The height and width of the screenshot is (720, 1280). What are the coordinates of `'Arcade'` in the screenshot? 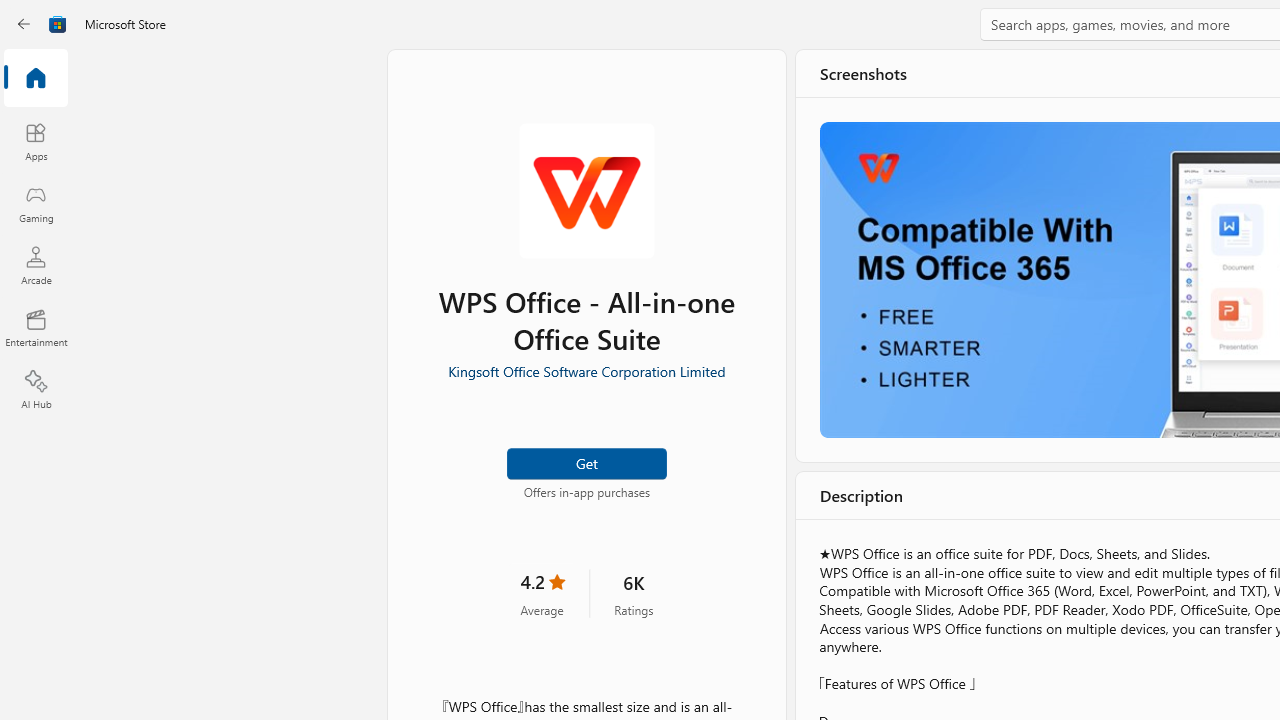 It's located at (35, 264).